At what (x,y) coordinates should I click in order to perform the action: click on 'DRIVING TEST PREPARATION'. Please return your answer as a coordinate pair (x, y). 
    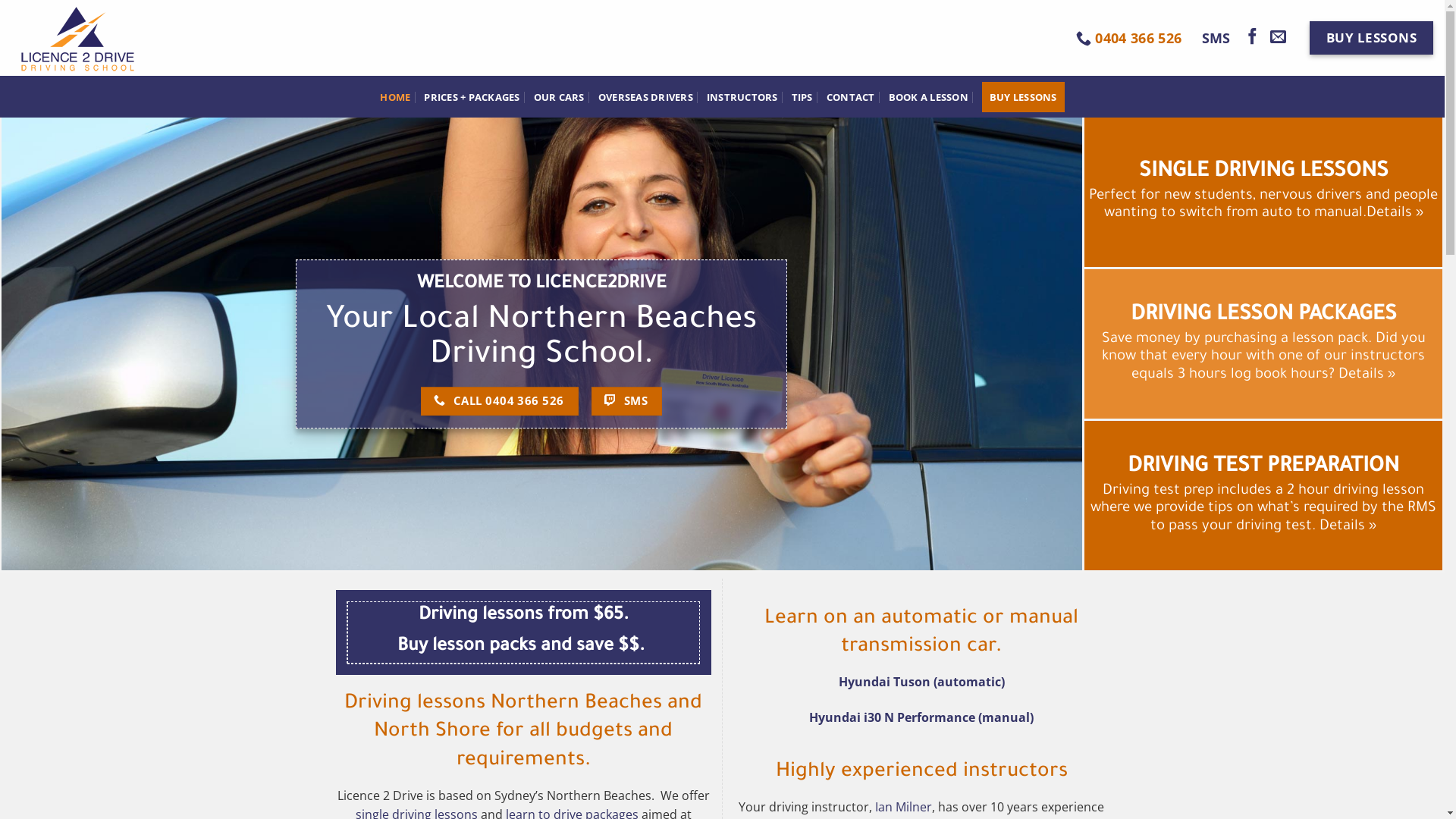
    Looking at the image, I should click on (1263, 467).